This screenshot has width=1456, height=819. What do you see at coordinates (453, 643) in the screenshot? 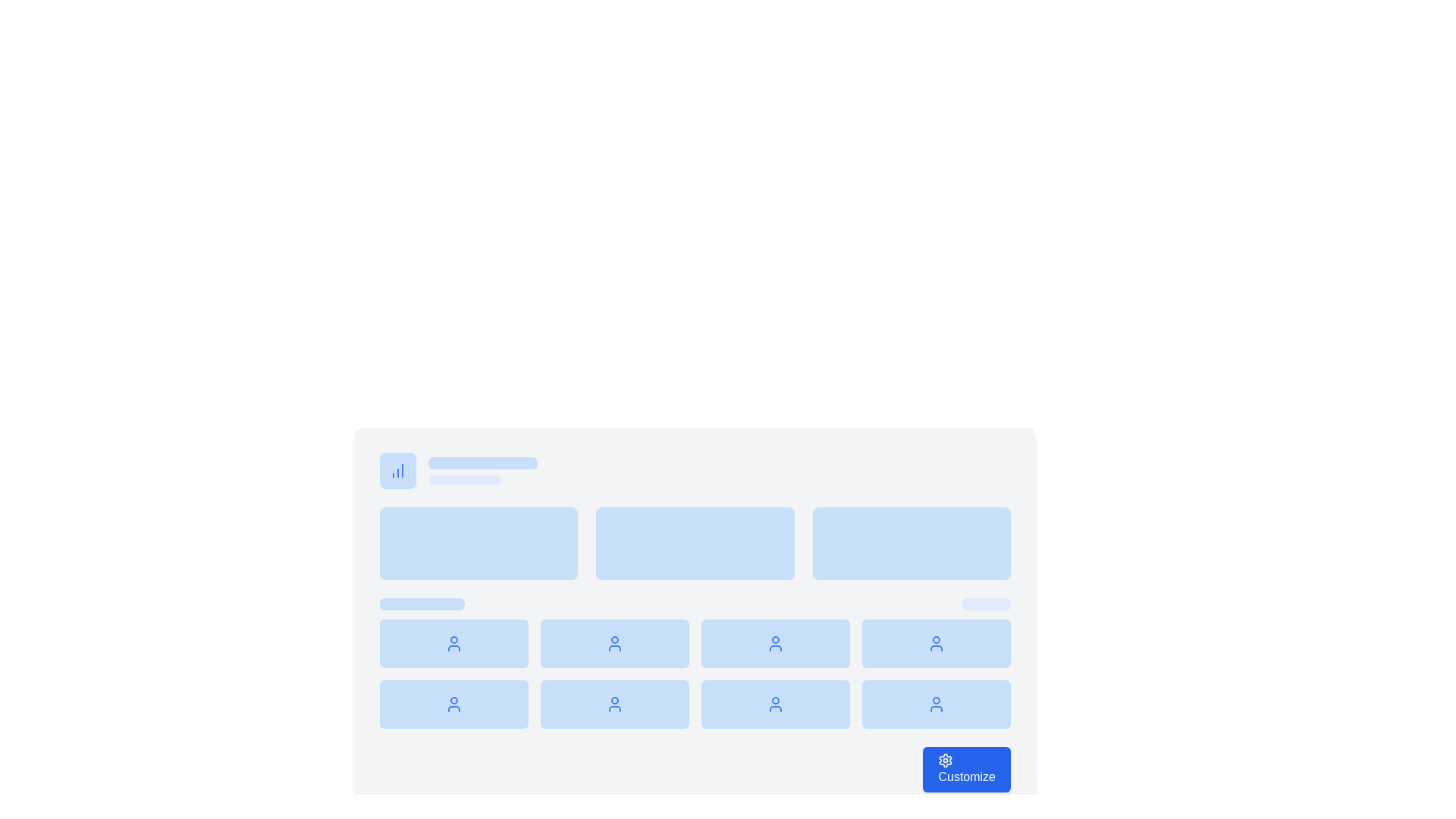
I see `the user profile icon, which is a minimalistic outline of a person in blue, located in the top-left cell of the second row of a grid of icons` at bounding box center [453, 643].